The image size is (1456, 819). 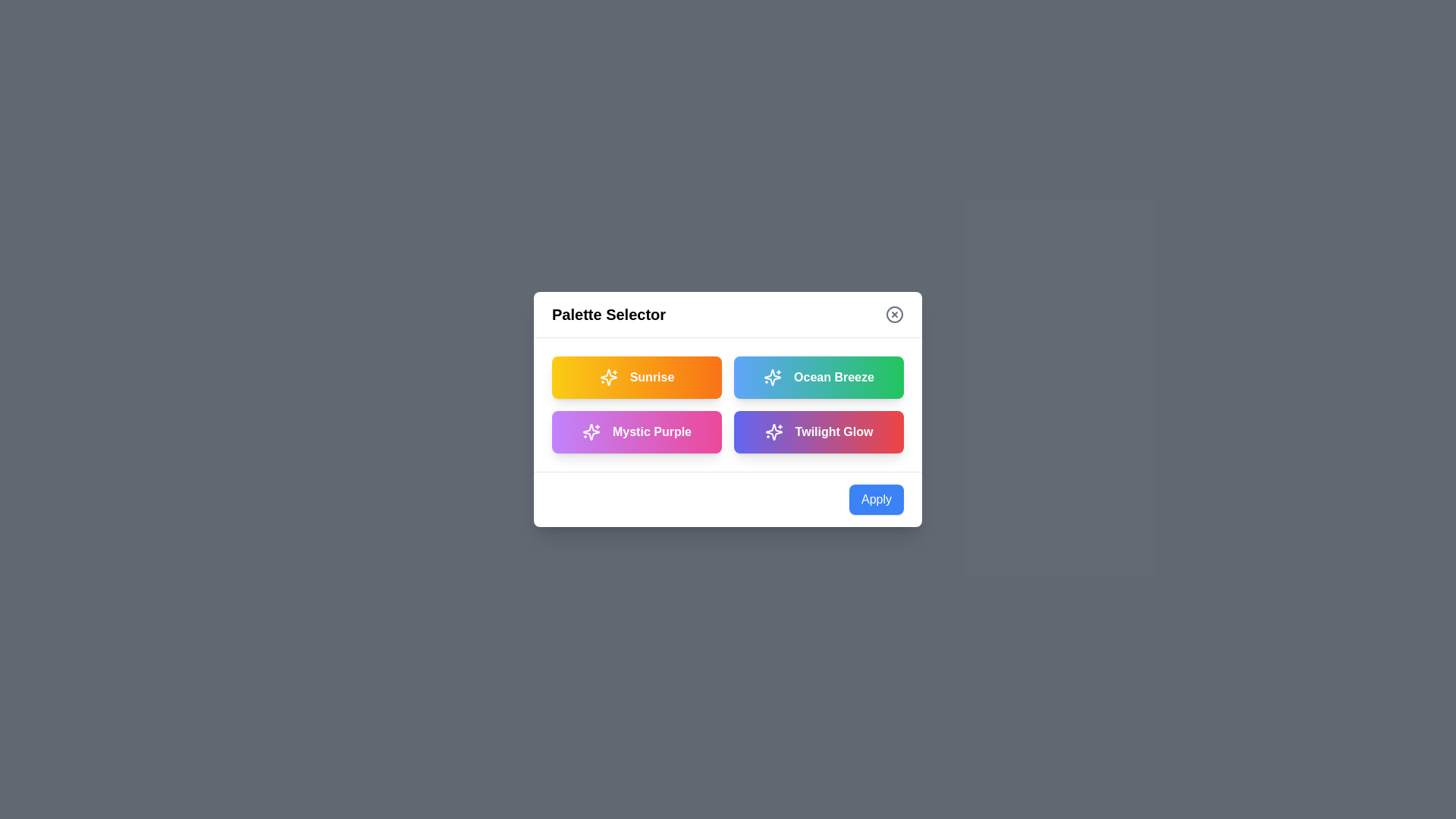 What do you see at coordinates (895, 314) in the screenshot?
I see `the close button to close the dialog` at bounding box center [895, 314].